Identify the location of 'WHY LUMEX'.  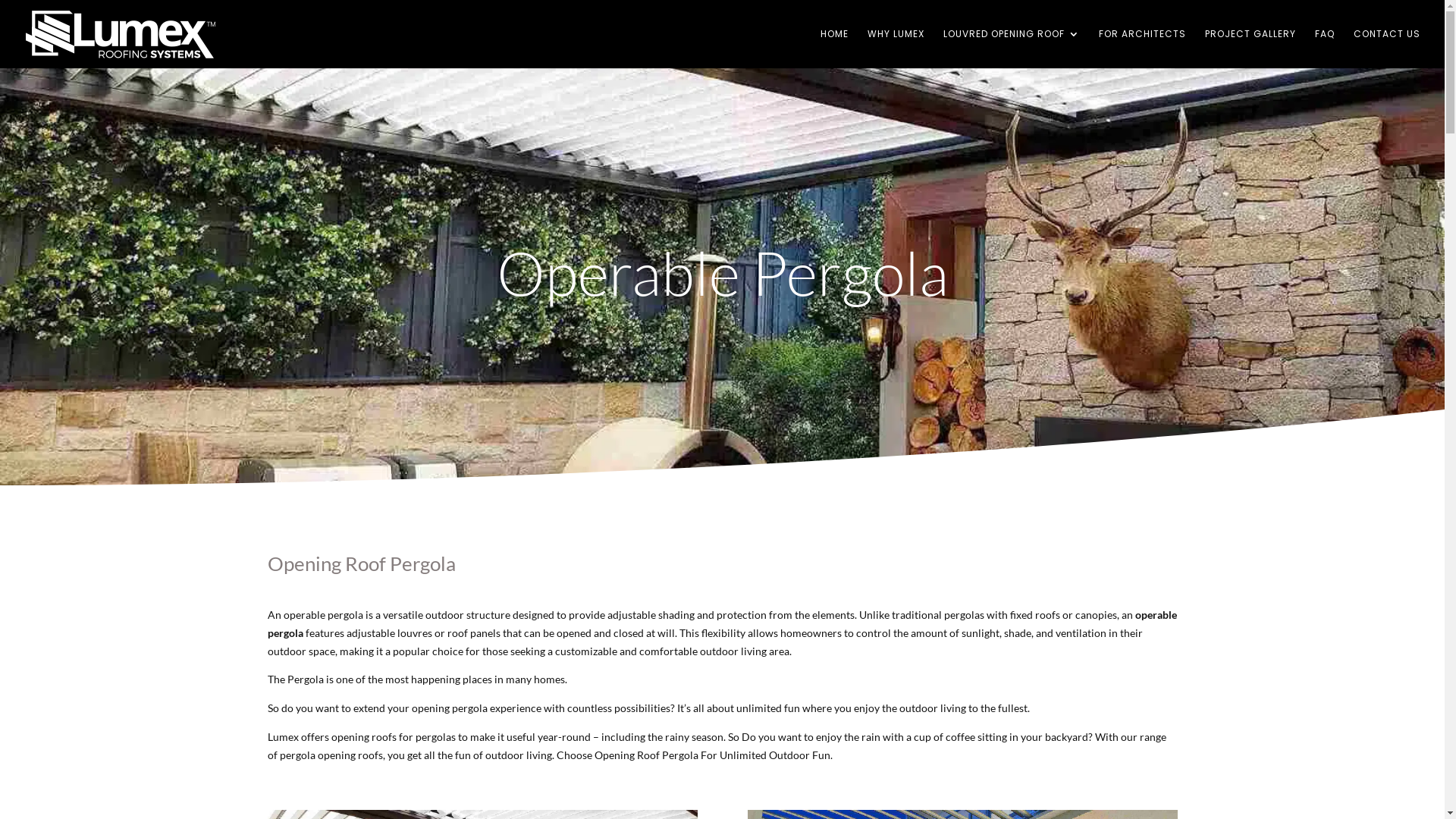
(896, 48).